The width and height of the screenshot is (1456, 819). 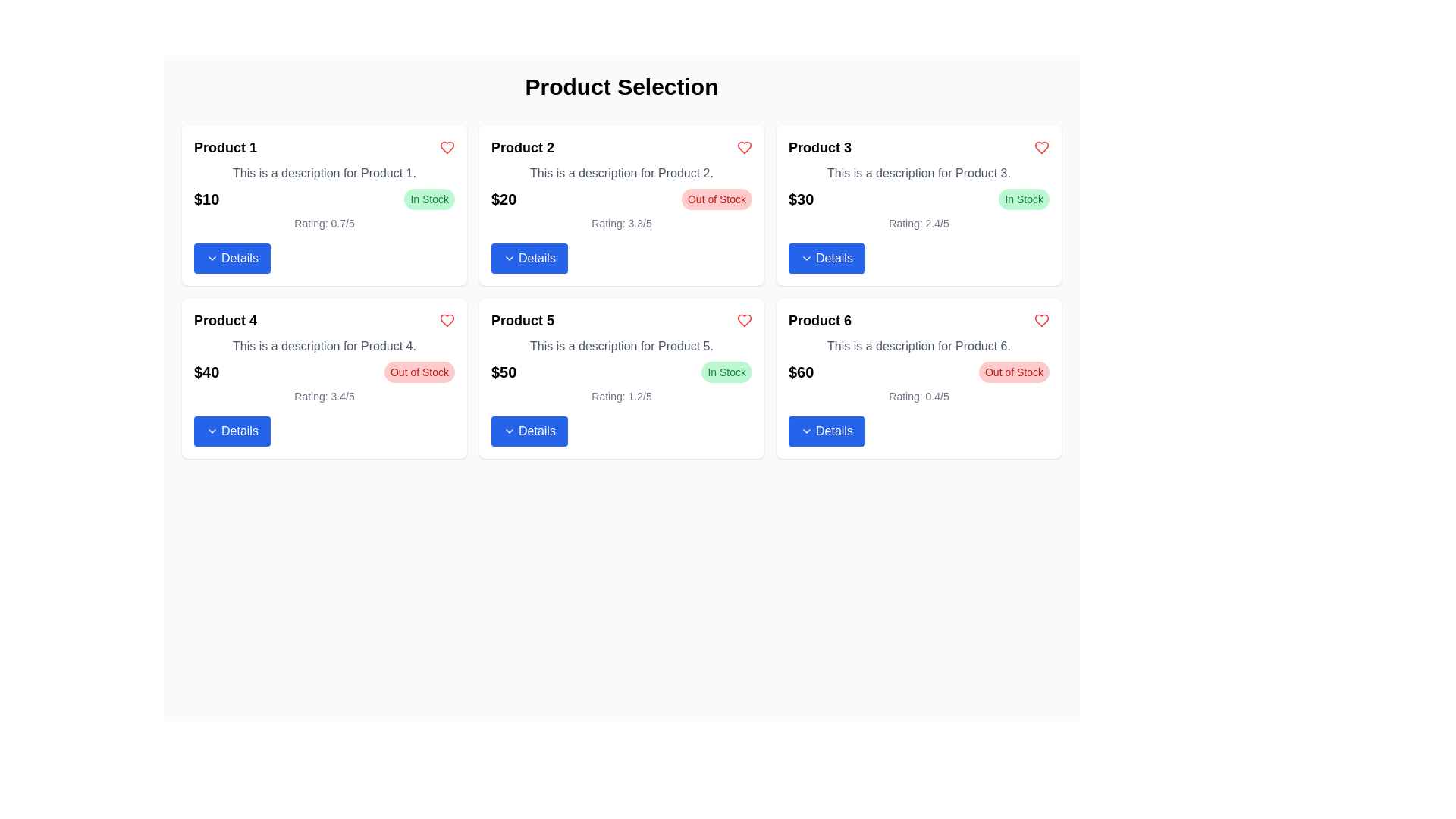 I want to click on the Text Label that provides a description for Product 3, located in the third card of the second row, beneath the header 'Product 3', so click(x=918, y=172).